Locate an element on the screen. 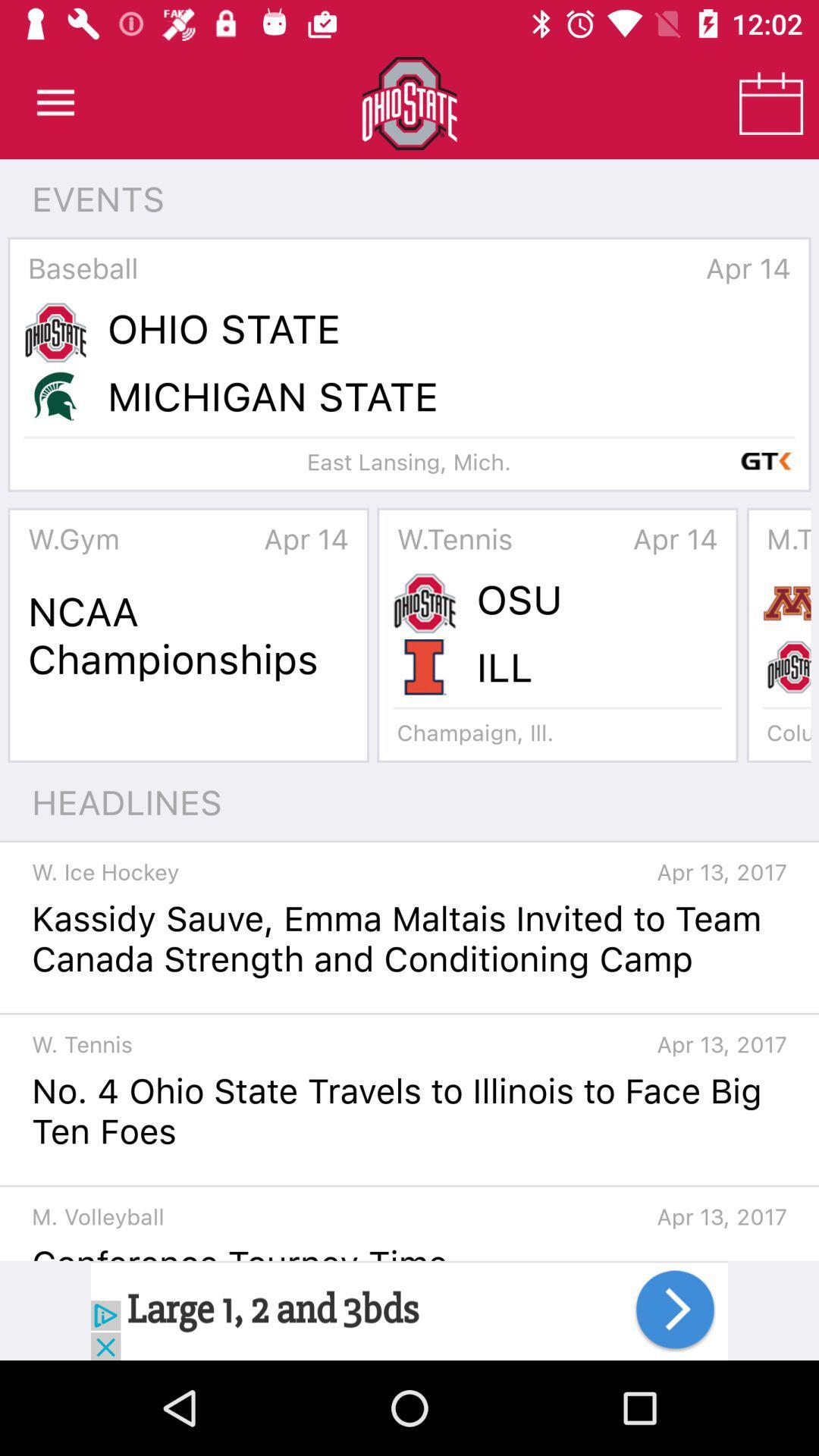 This screenshot has width=819, height=1456. advertisement is located at coordinates (409, 1310).